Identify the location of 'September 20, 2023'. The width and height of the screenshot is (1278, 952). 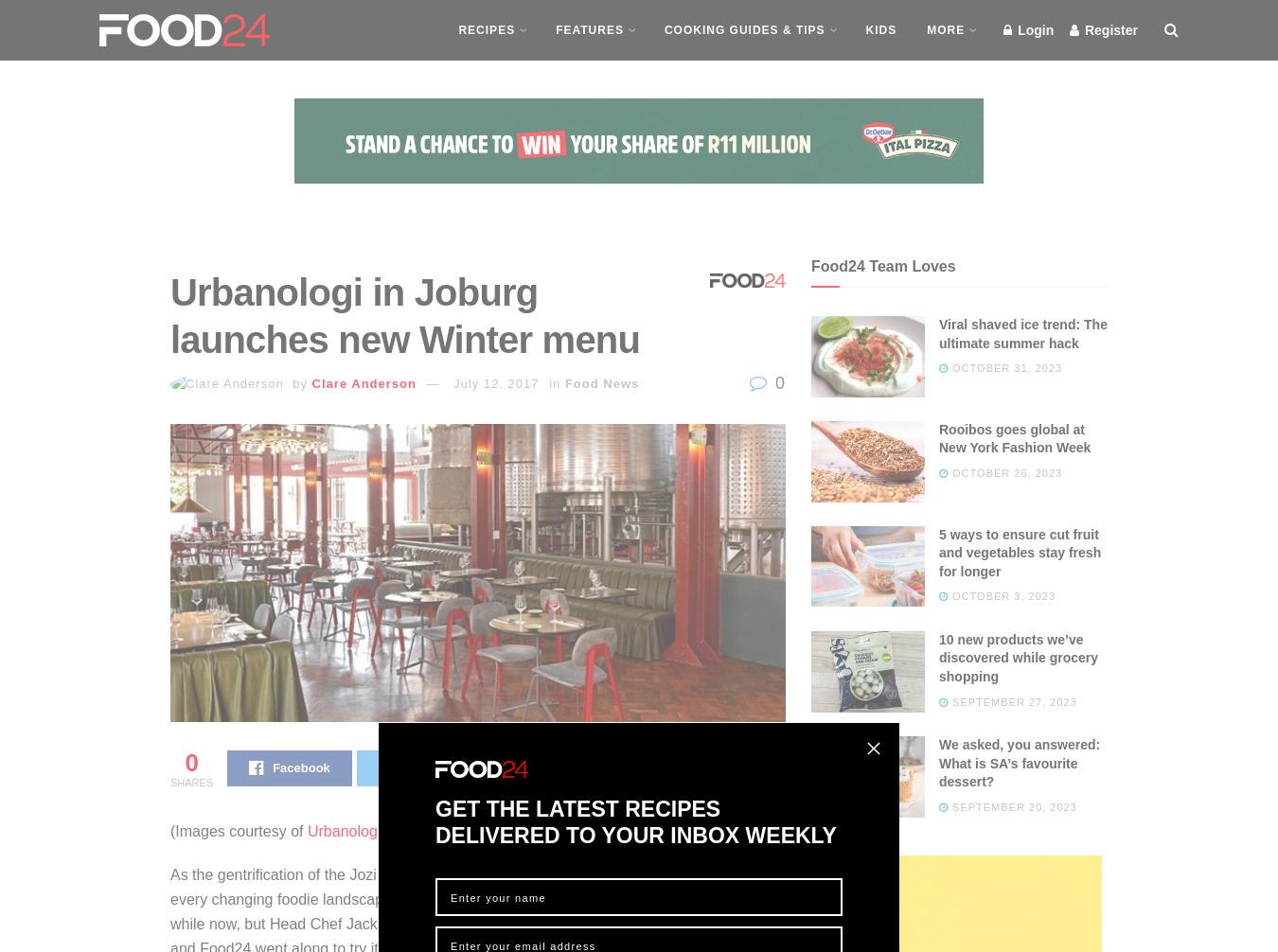
(1012, 804).